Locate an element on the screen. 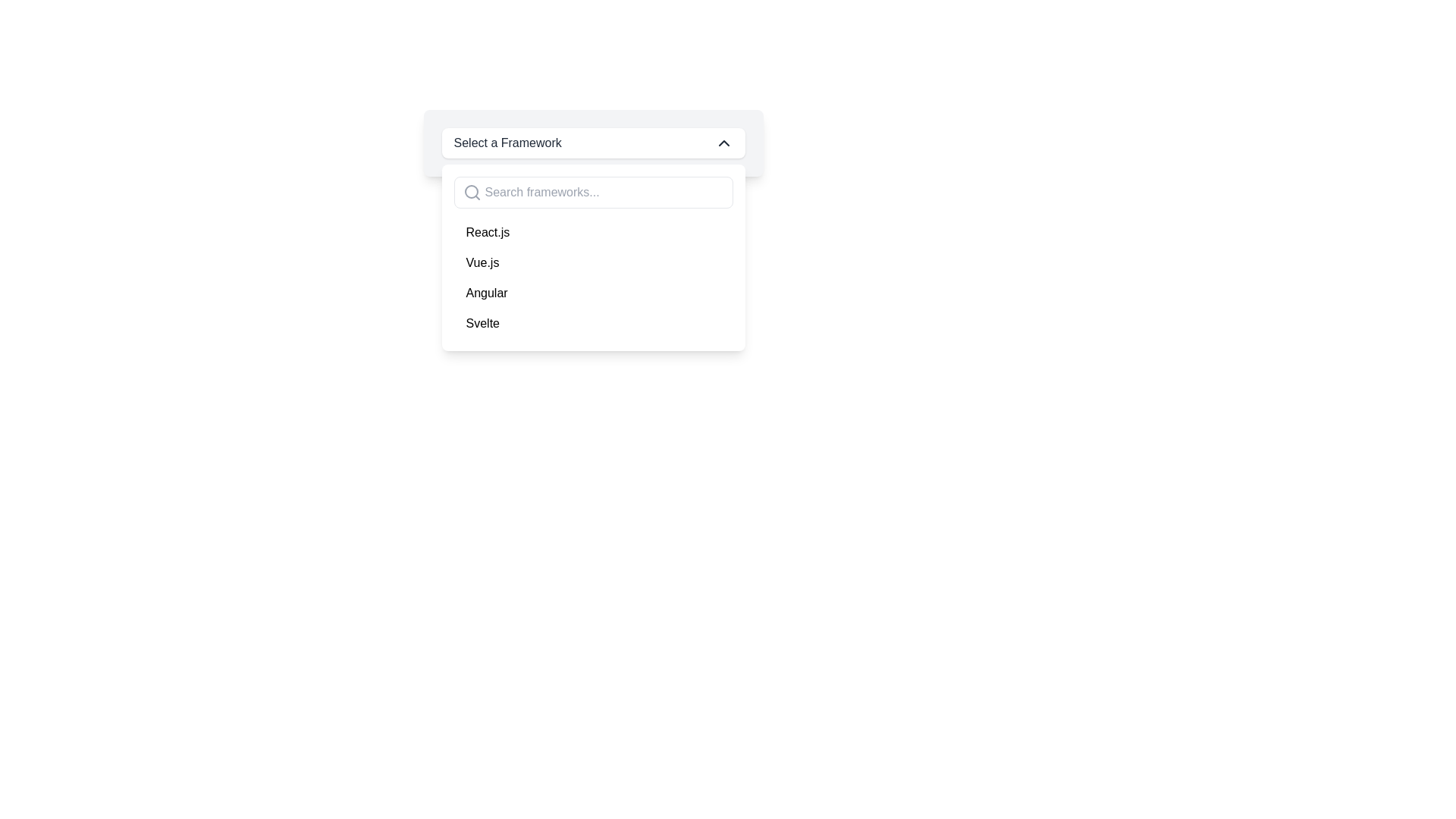 This screenshot has height=819, width=1456. the 'Vue.js' selectable list item in the dropdown menu is located at coordinates (592, 262).